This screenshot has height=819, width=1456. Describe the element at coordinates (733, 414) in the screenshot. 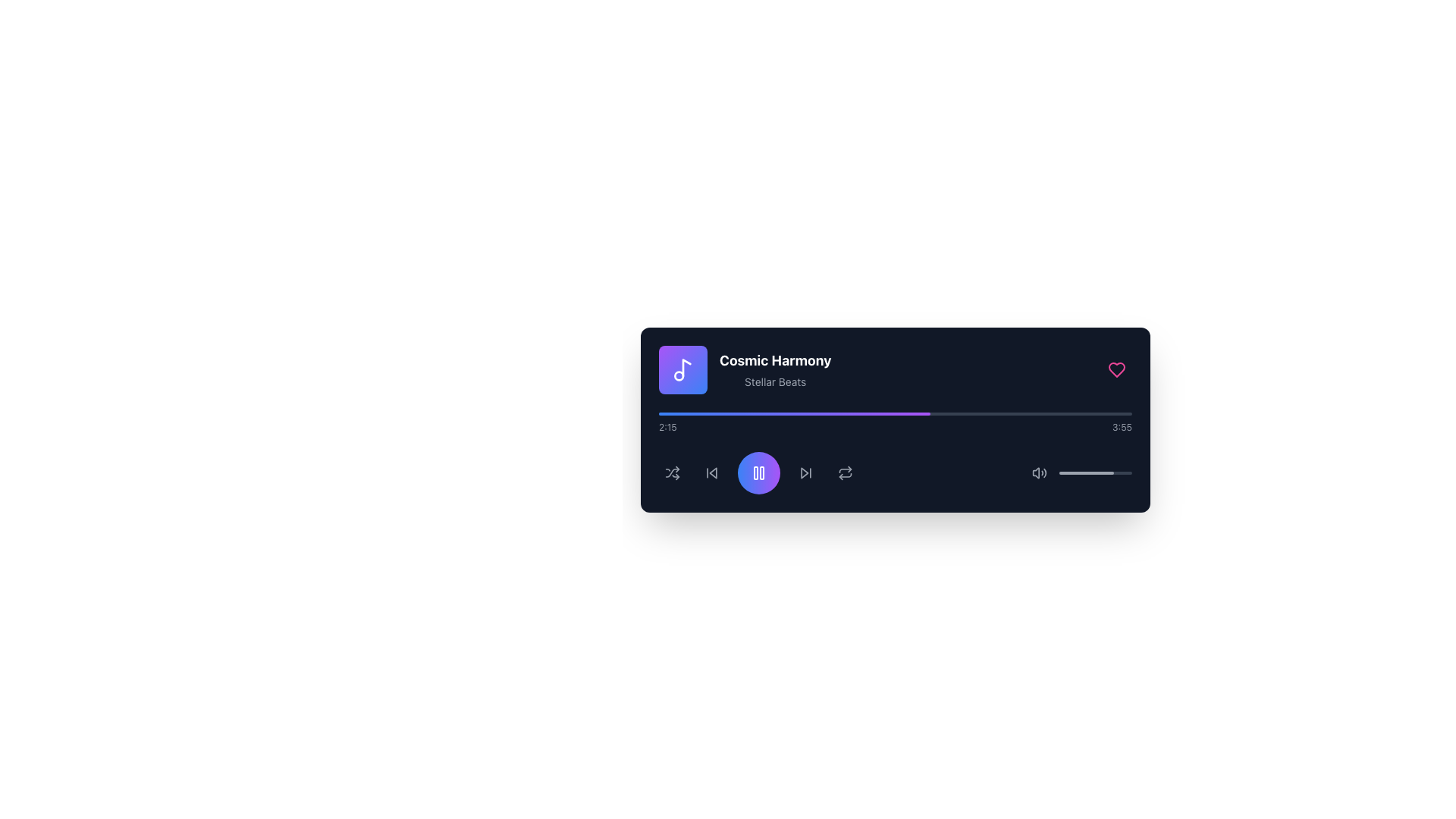

I see `the current playback position` at that location.